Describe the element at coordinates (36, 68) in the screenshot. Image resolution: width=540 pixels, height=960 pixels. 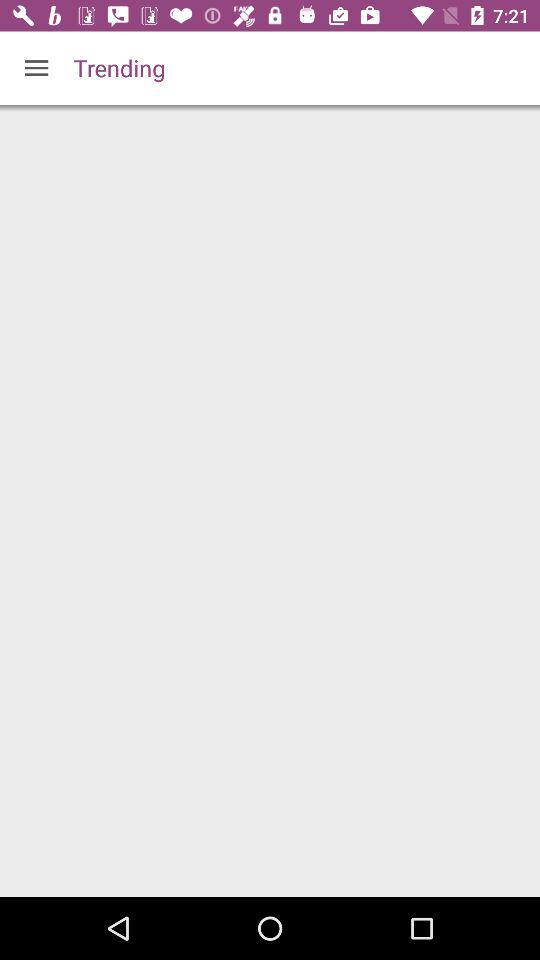
I see `the item to the left of the trending icon` at that location.